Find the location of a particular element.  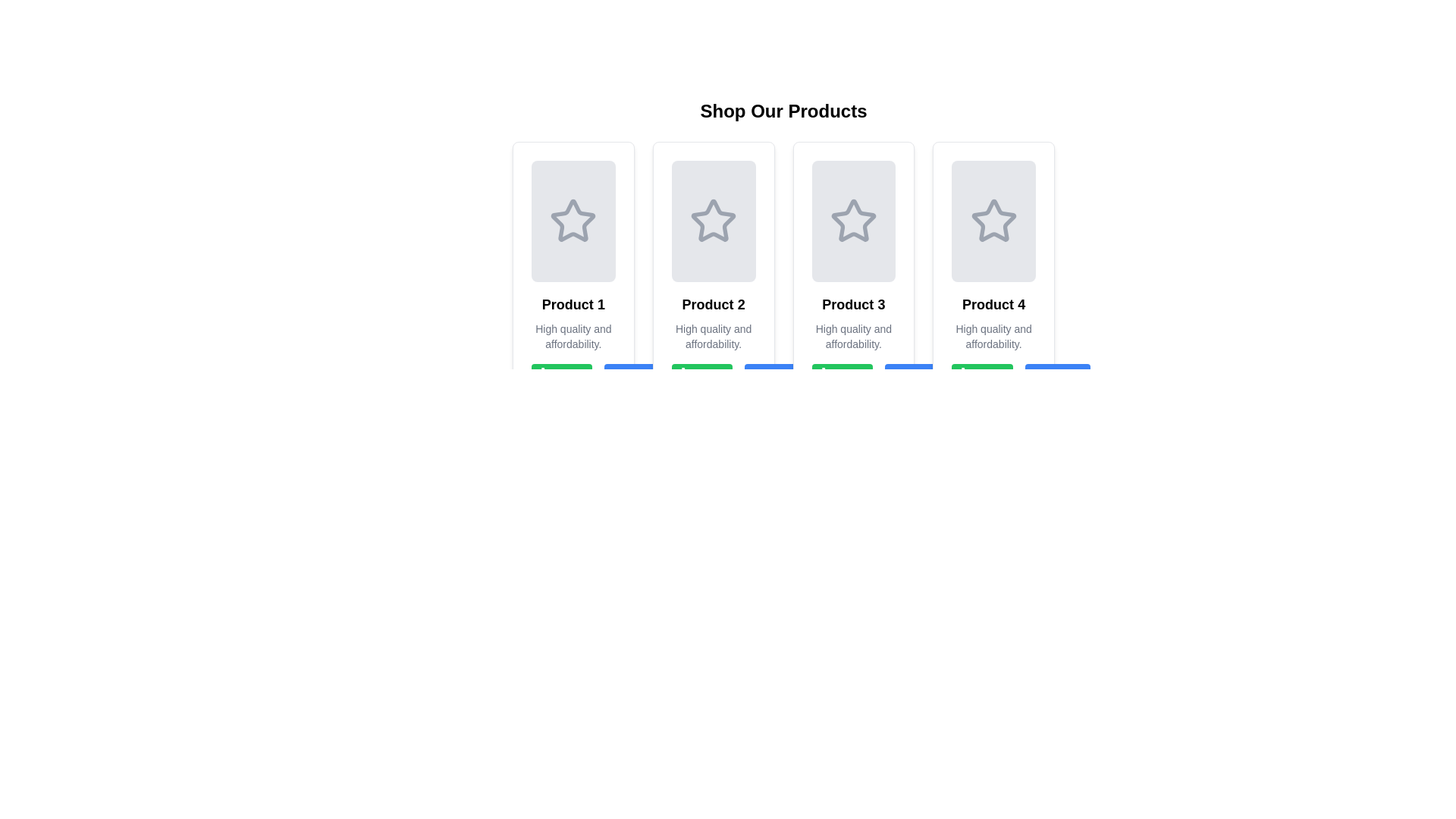

the 'Like' button, which is the third button below 'Product 3' is located at coordinates (853, 375).